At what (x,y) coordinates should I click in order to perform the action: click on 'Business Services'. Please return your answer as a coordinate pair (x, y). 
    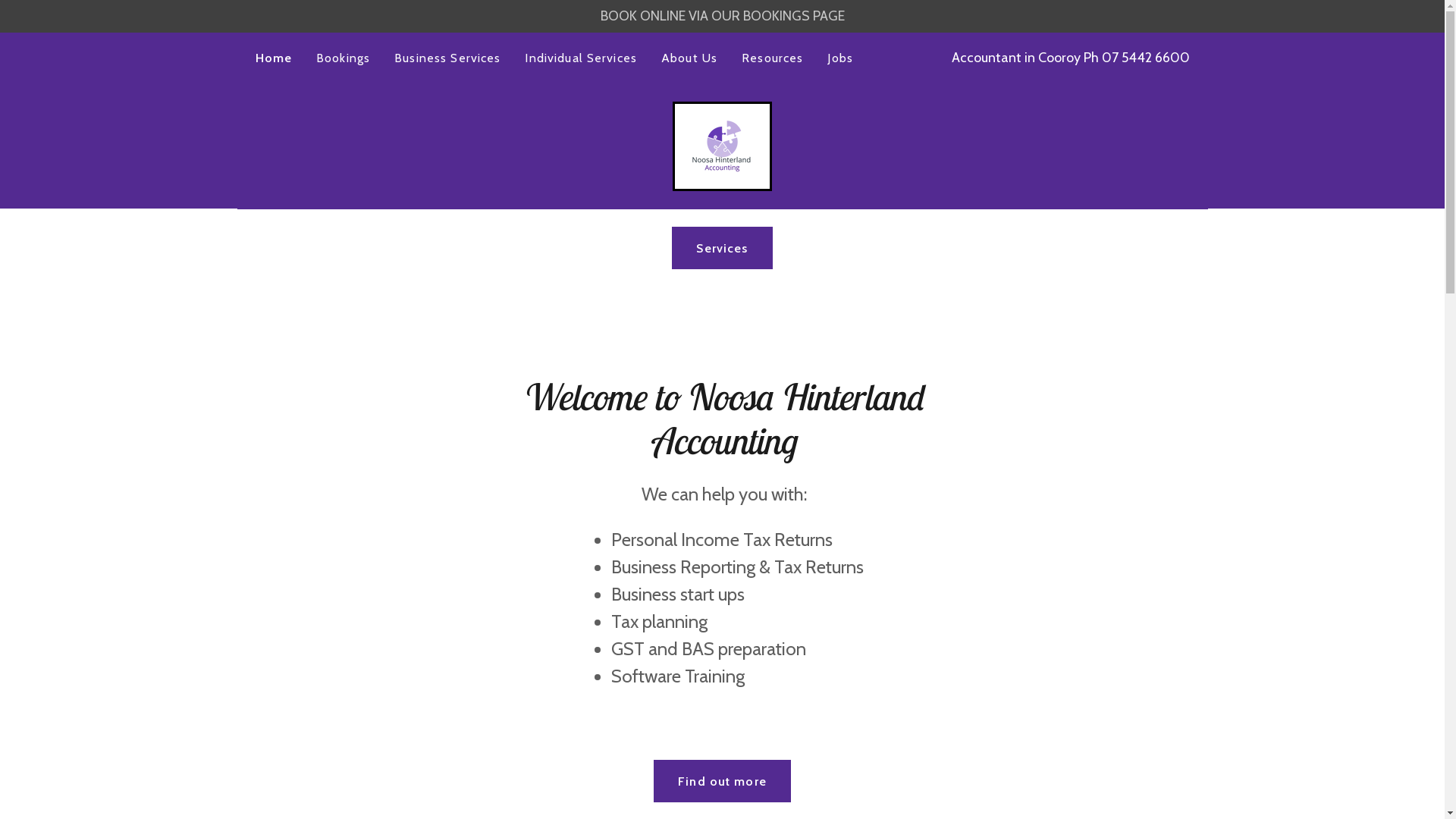
    Looking at the image, I should click on (447, 57).